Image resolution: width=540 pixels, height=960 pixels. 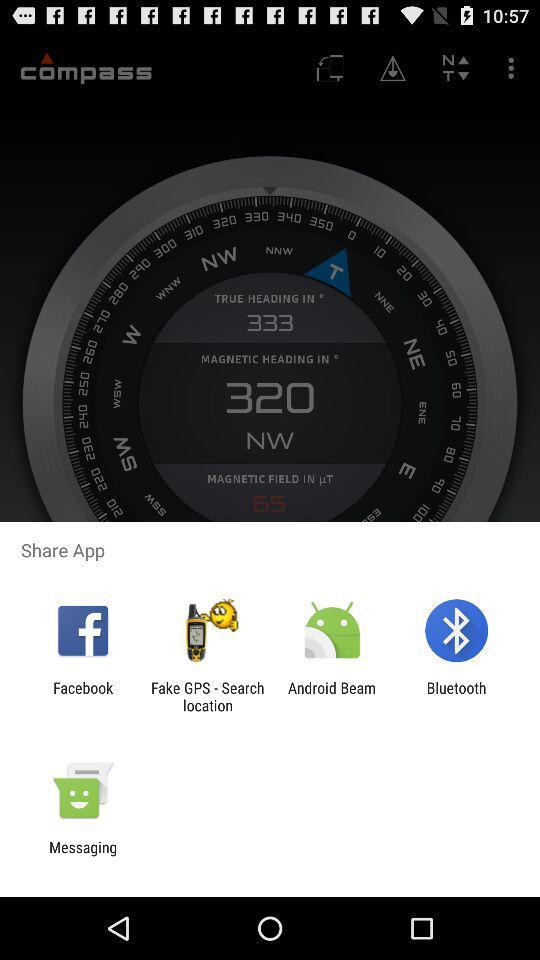 I want to click on messaging, so click(x=82, y=855).